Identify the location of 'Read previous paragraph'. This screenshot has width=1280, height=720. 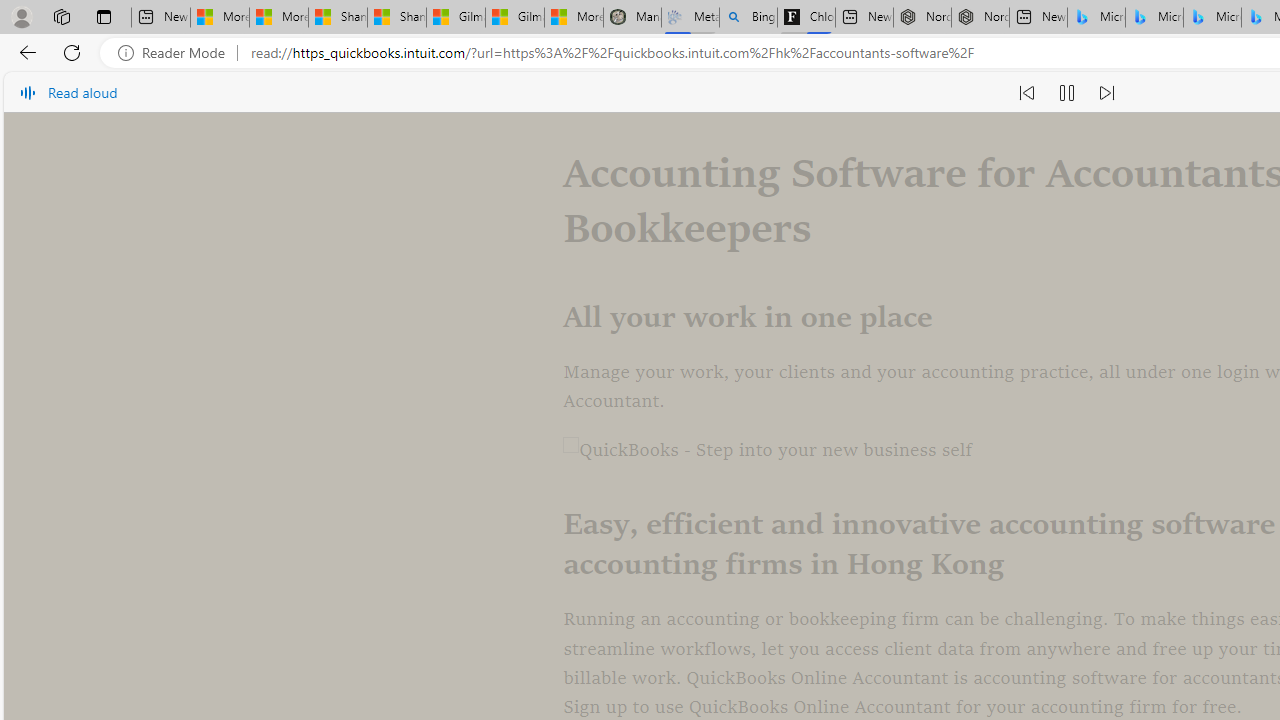
(1026, 92).